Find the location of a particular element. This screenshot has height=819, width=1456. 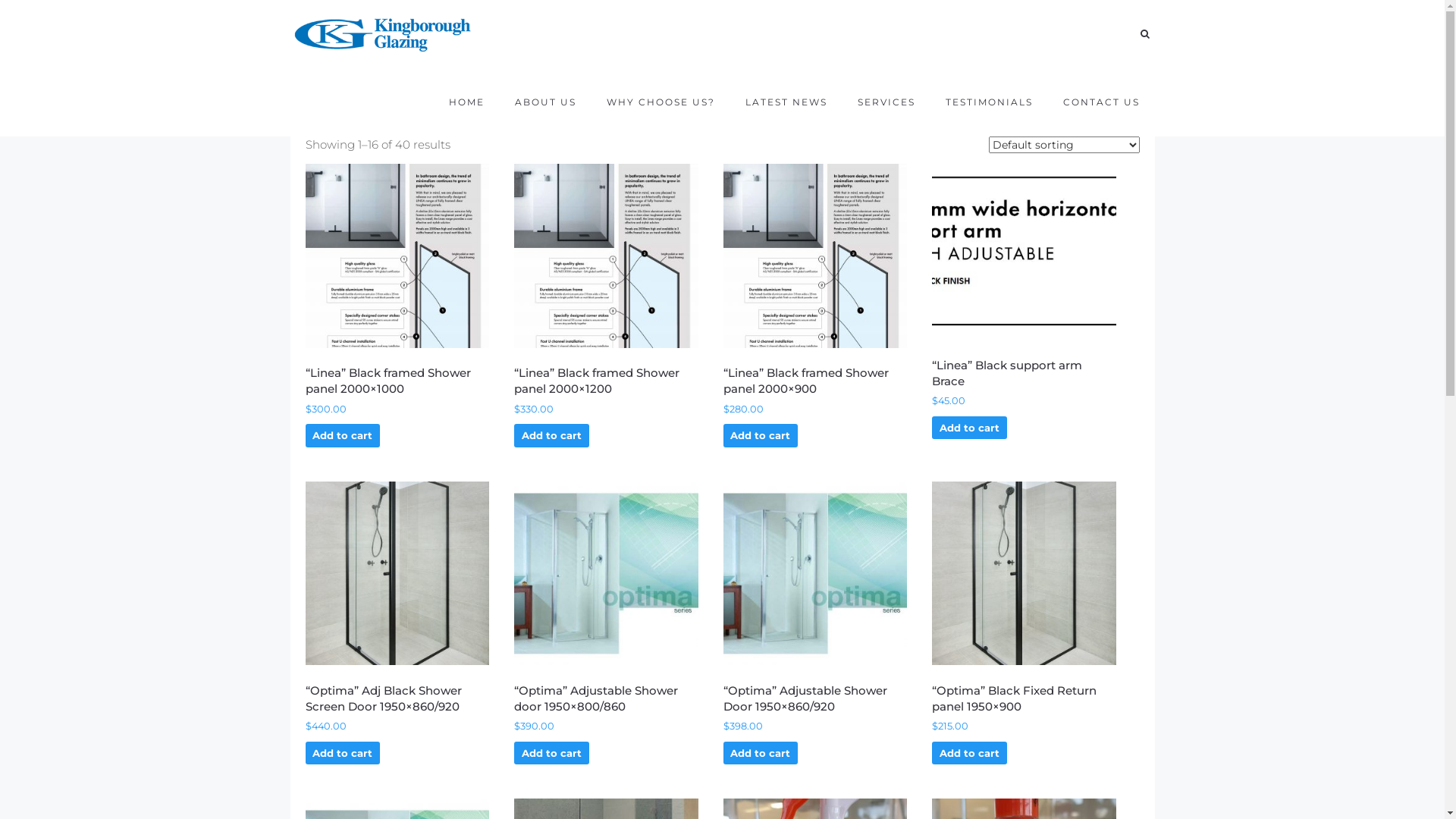

'HOME' is located at coordinates (465, 102).